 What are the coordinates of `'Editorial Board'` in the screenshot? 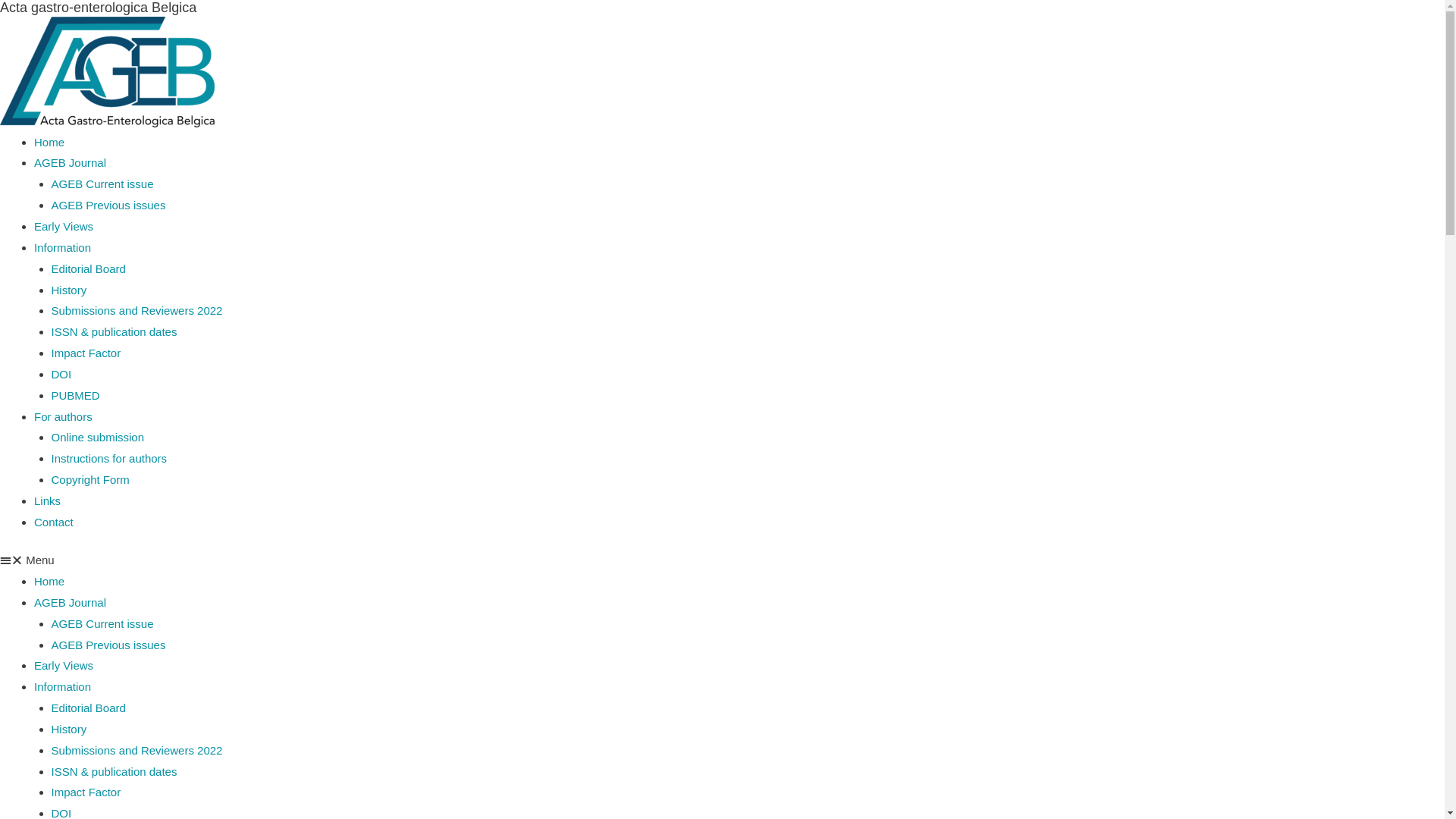 It's located at (87, 708).